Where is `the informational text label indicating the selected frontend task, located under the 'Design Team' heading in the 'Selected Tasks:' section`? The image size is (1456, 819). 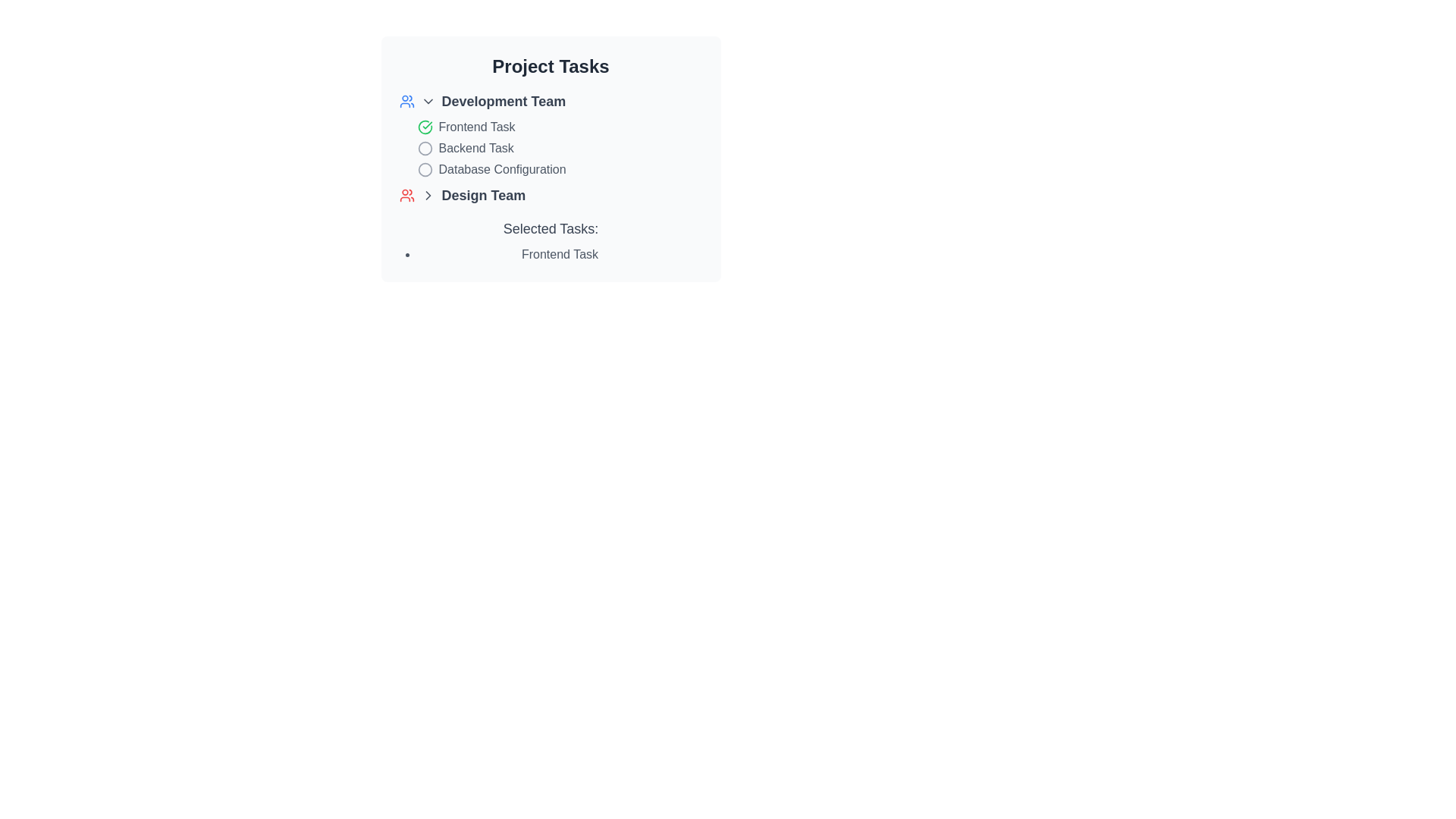
the informational text label indicating the selected frontend task, located under the 'Design Team' heading in the 'Selected Tasks:' section is located at coordinates (559, 253).